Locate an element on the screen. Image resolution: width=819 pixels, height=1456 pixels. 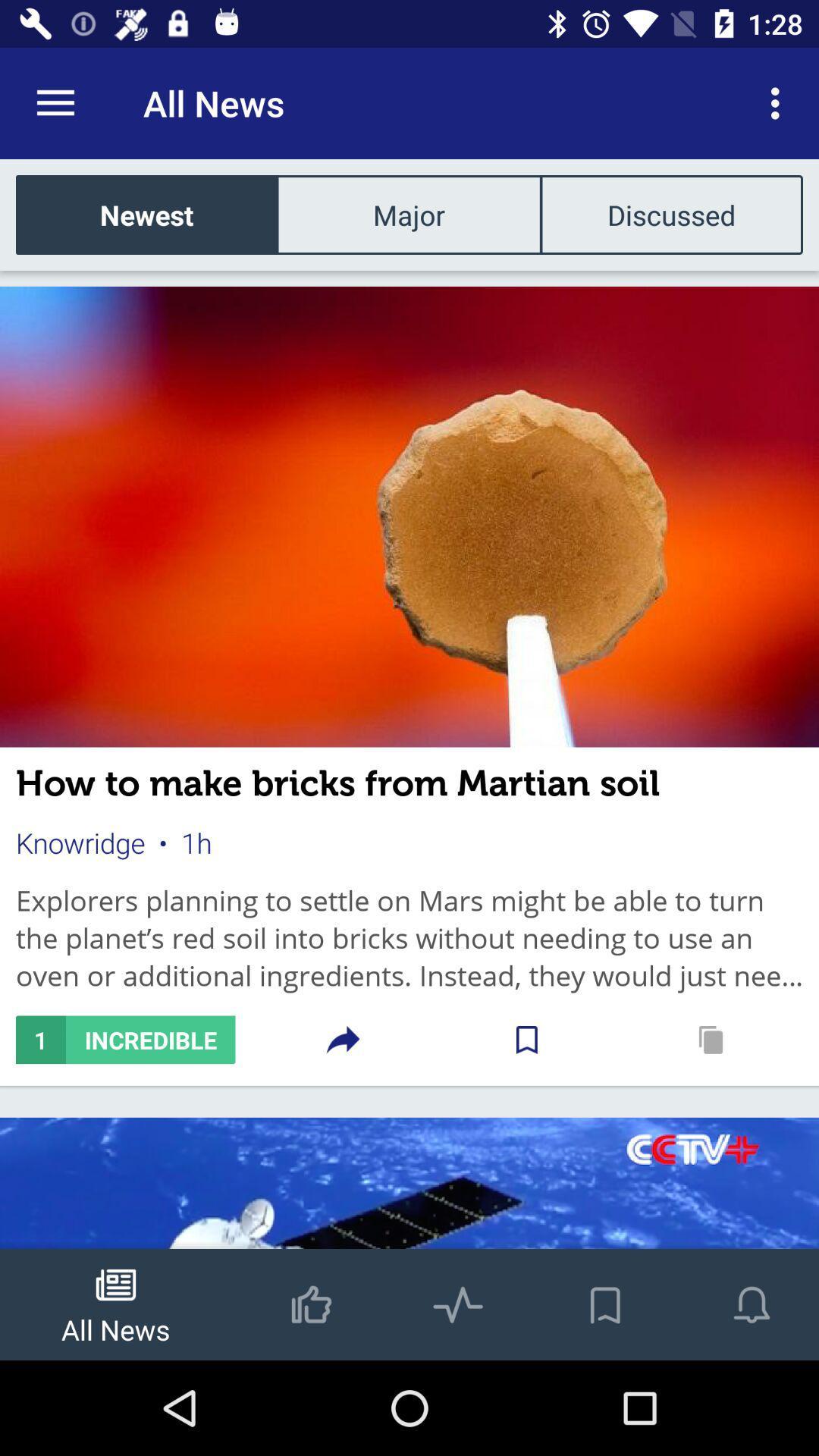
the icon next to the all news icon is located at coordinates (779, 102).